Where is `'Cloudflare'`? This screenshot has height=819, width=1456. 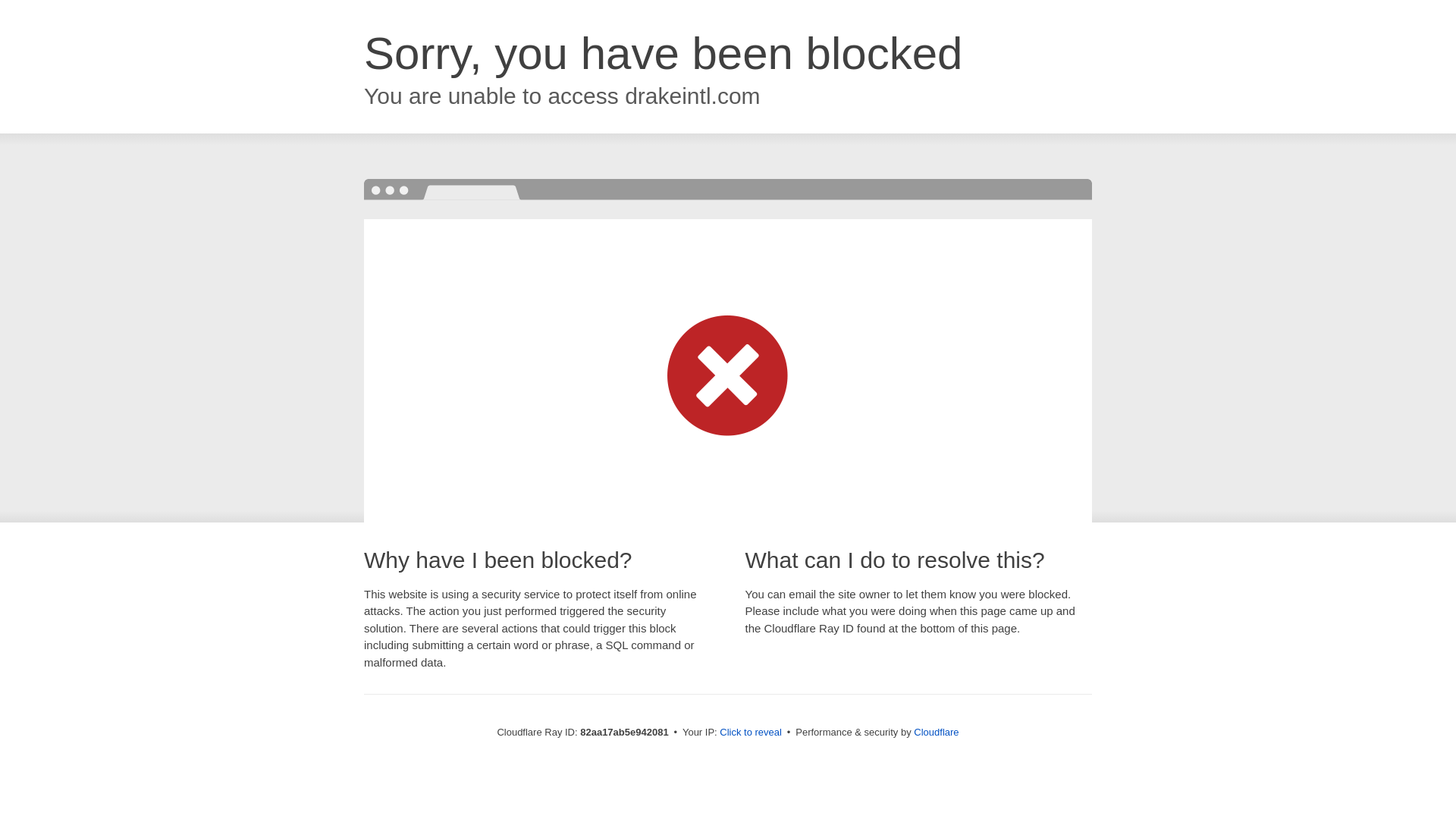
'Cloudflare' is located at coordinates (935, 731).